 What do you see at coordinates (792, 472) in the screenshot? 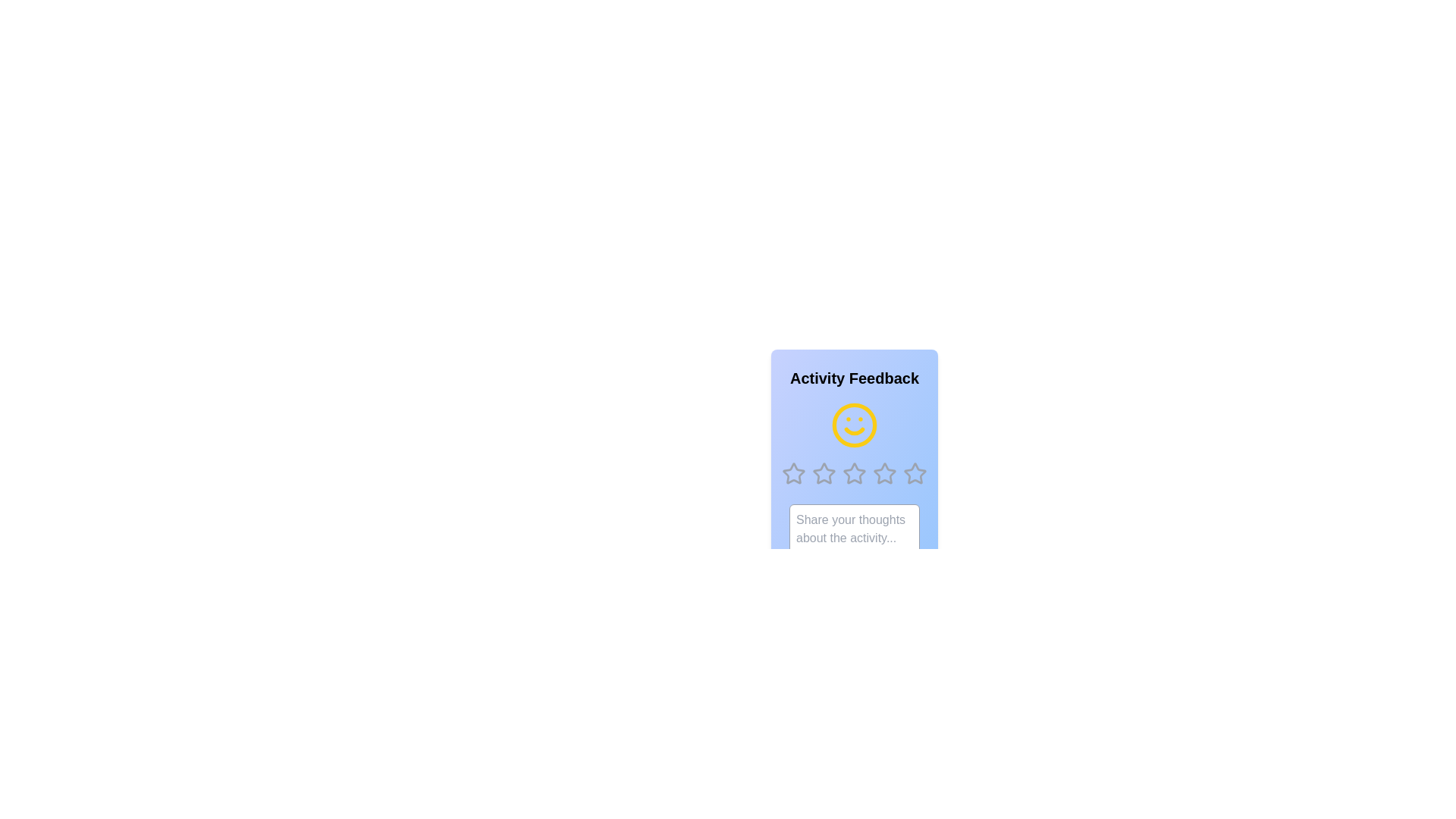
I see `first star icon in the rating section, which is styled in gray and located below the smiling face icon, for accessibility purposes` at bounding box center [792, 472].